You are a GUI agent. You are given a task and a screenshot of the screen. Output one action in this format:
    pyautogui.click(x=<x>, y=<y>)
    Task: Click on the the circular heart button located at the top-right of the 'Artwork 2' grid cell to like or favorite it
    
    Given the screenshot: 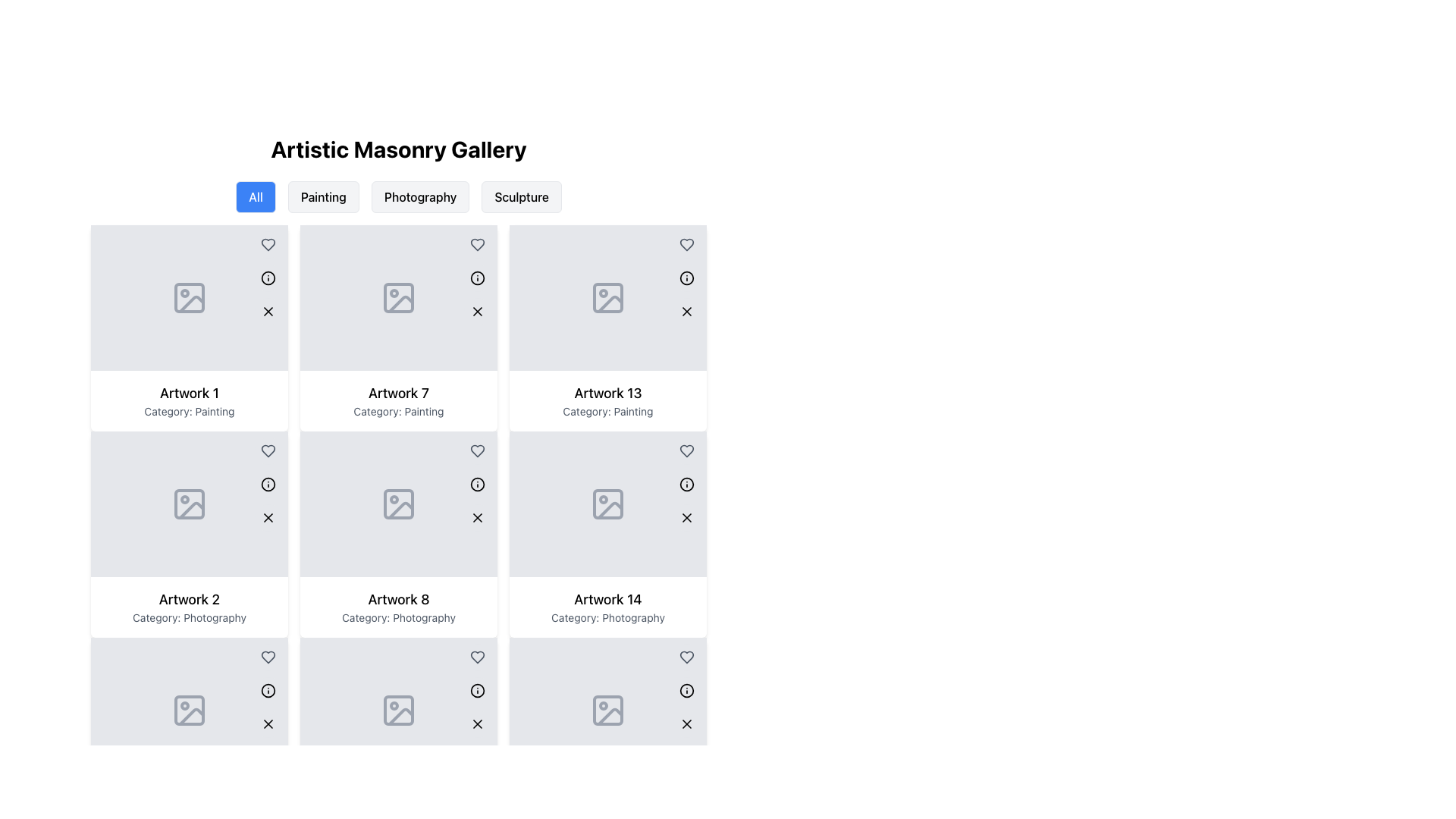 What is the action you would take?
    pyautogui.click(x=268, y=657)
    